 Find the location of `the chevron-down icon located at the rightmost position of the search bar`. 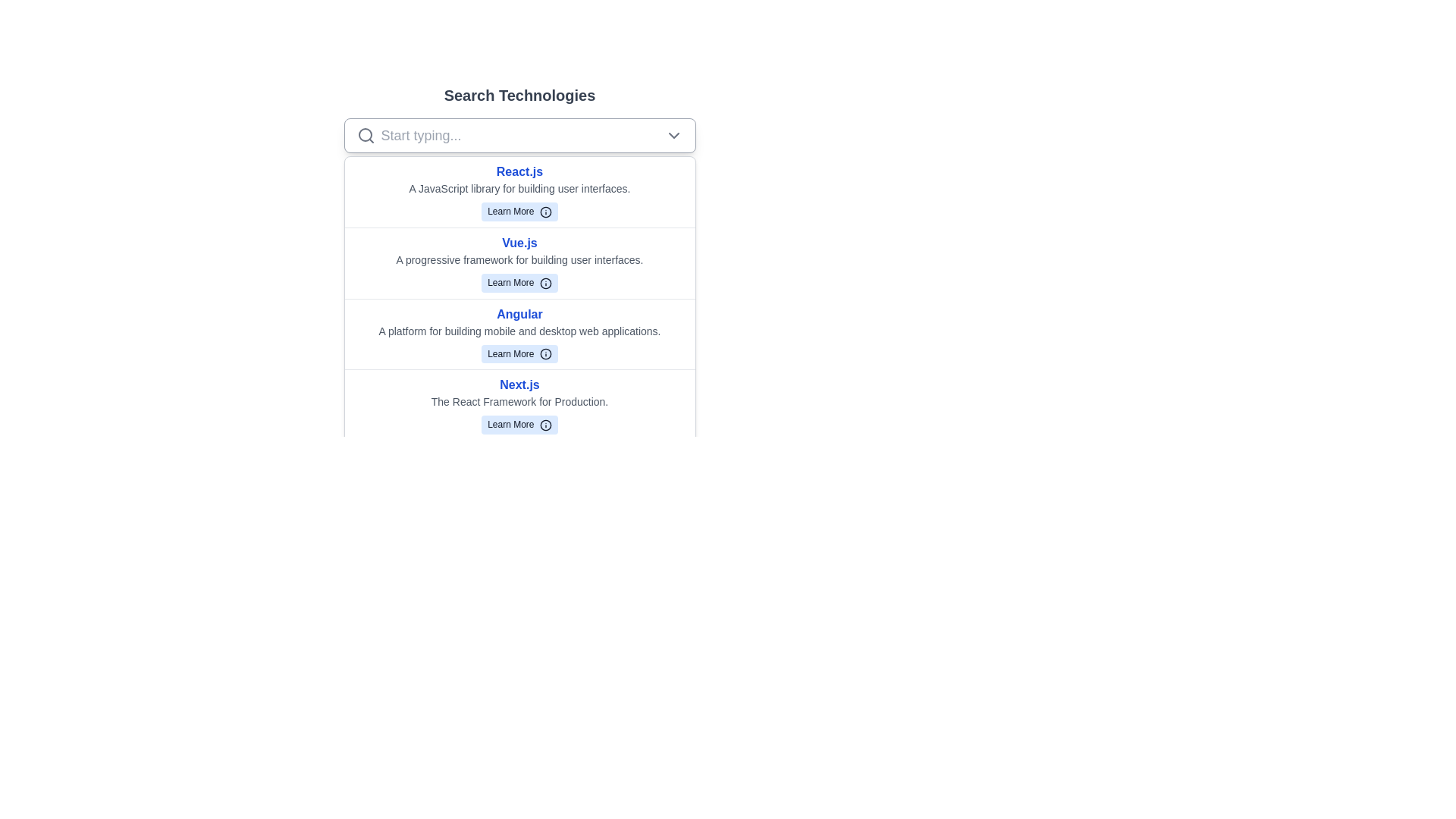

the chevron-down icon located at the rightmost position of the search bar is located at coordinates (673, 134).